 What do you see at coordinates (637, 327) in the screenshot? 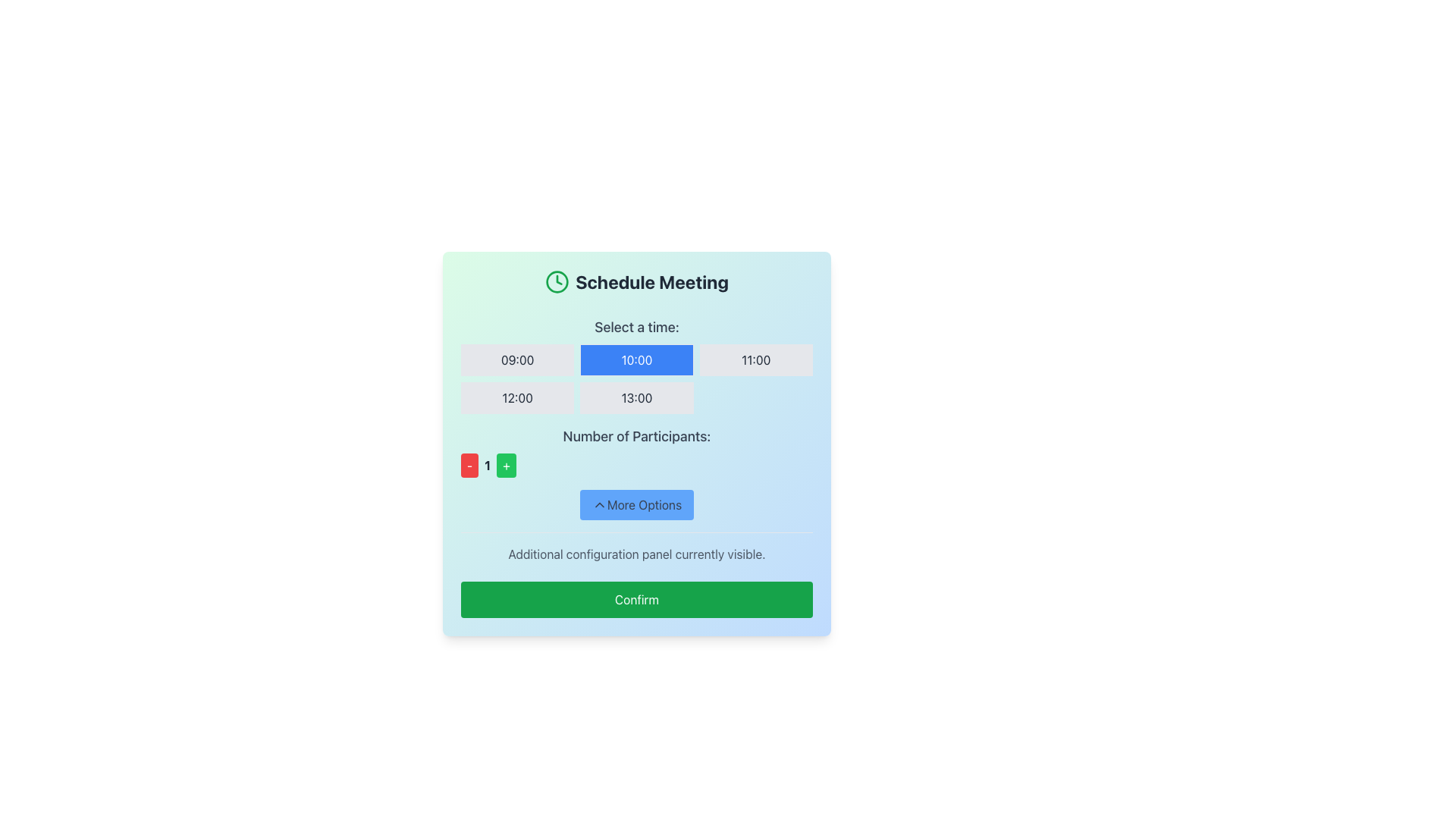
I see `the Text Label that instructs users to choose a time from the options below, located at the top of the time selection group` at bounding box center [637, 327].